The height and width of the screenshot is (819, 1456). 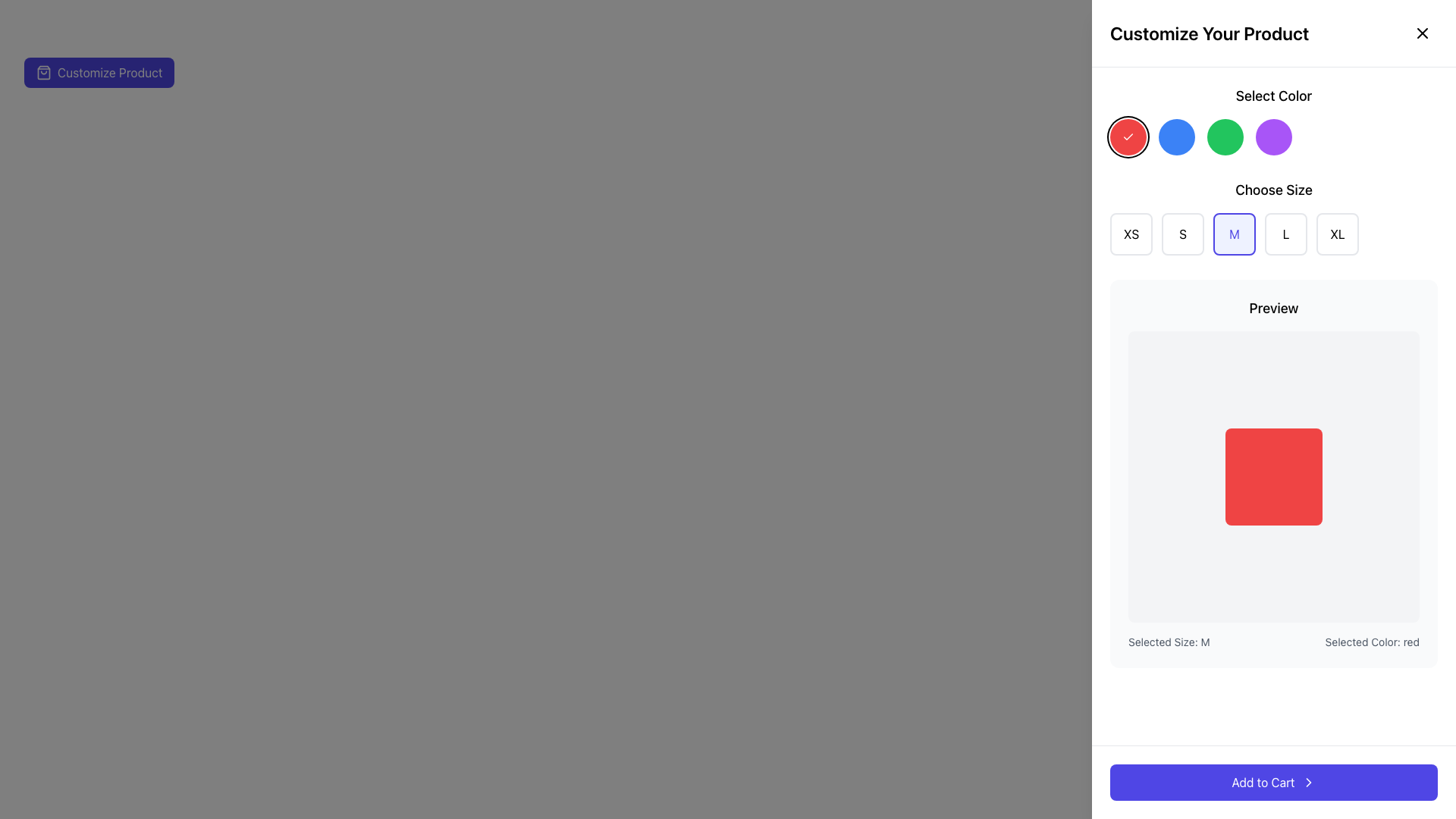 What do you see at coordinates (1274, 234) in the screenshot?
I see `the 'M' size selection button, which is visually emphasized with a bold border and a highlighted background color` at bounding box center [1274, 234].